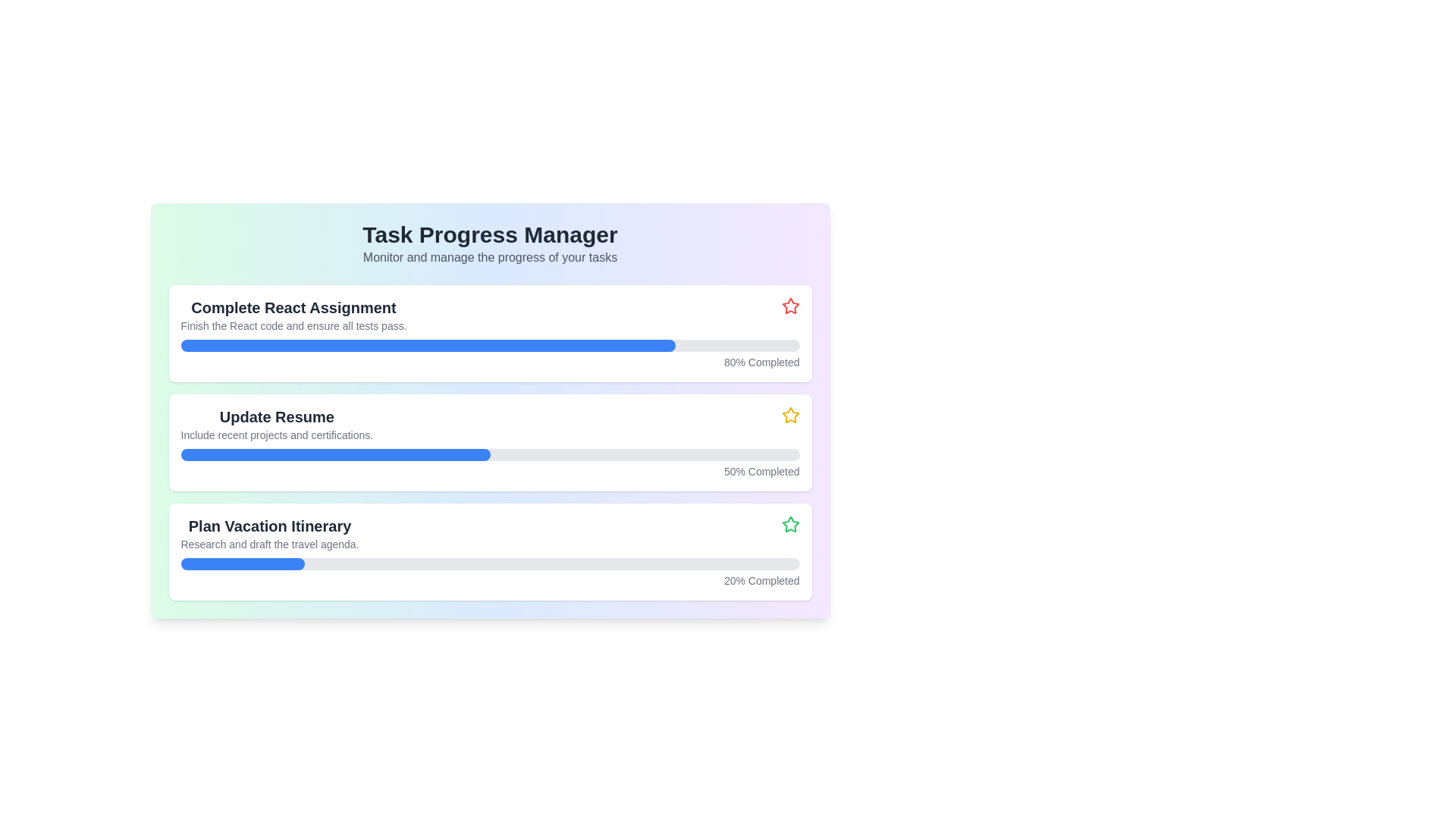  What do you see at coordinates (293, 325) in the screenshot?
I see `descriptive text located below the 'Complete React Assignment' task to understand its content` at bounding box center [293, 325].